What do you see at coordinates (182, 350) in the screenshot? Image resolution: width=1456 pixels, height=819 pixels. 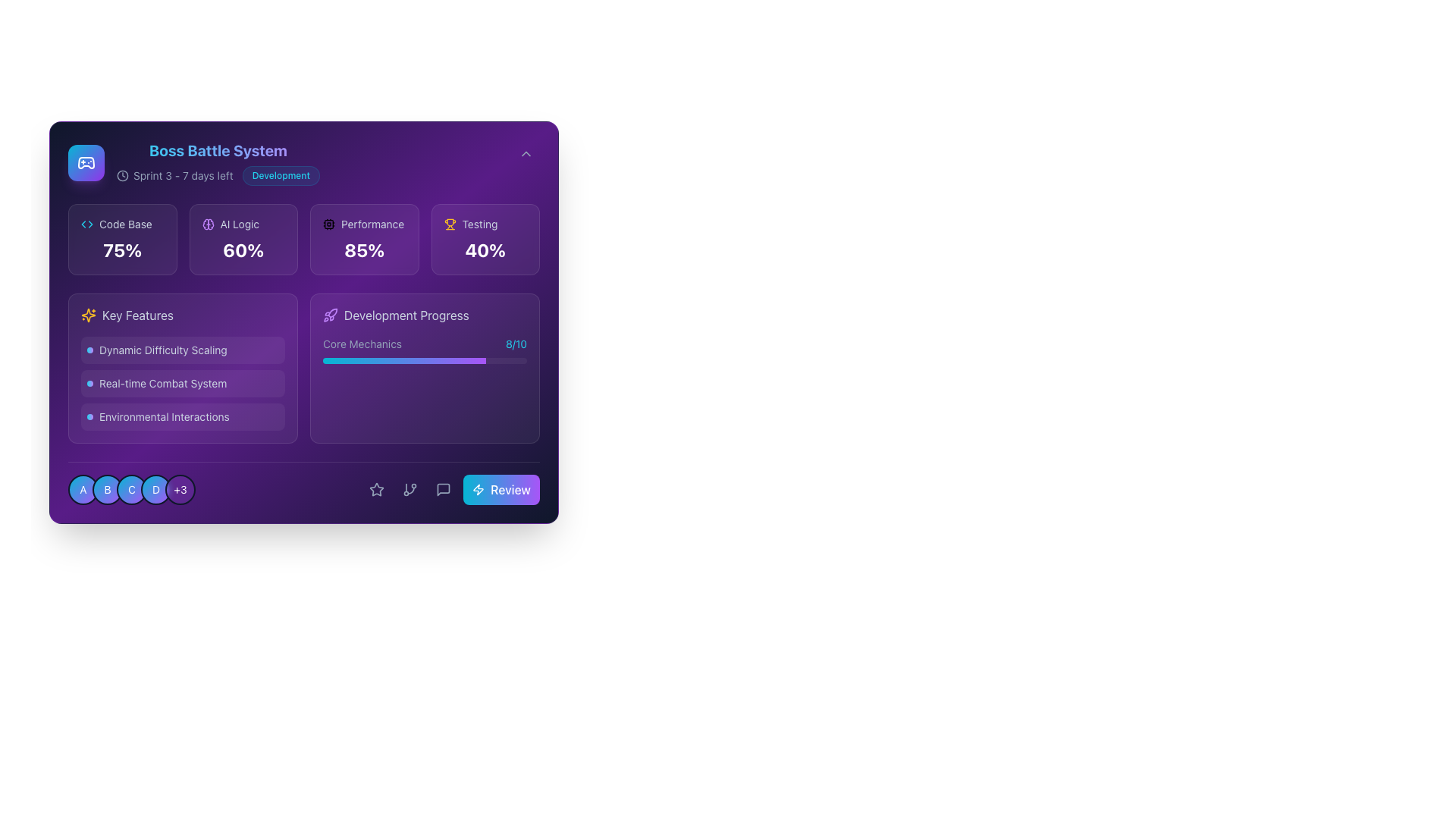 I see `the first list item labeled 'Dynamic Difficulty Scaling' which has a light gray text color and a circular gradient dot icon transitioning from cyan to purple, located in the 'Key Features' section` at bounding box center [182, 350].